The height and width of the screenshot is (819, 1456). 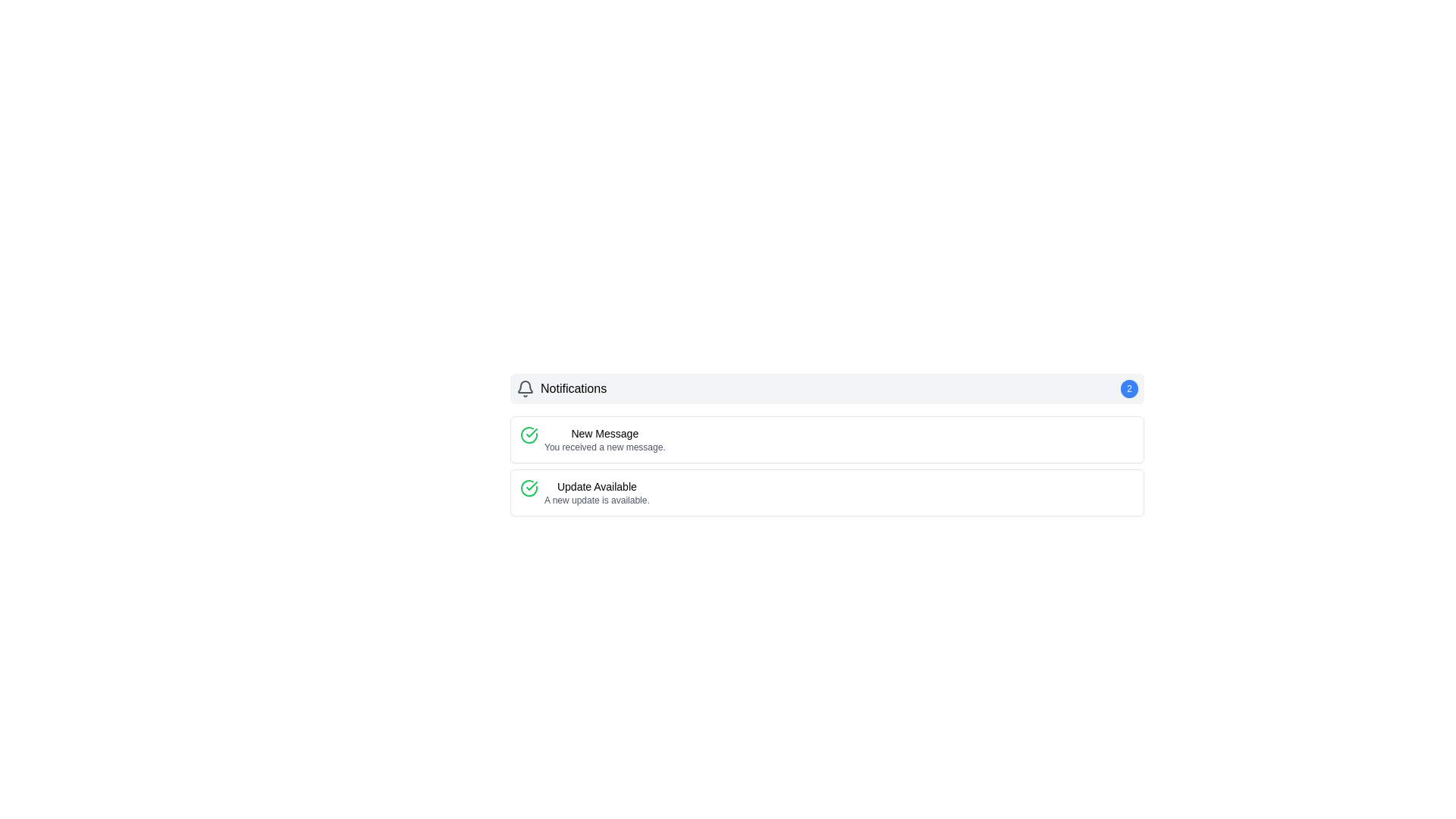 I want to click on the vector graphic indicating the successful or update status of the 'Update Available' notification card, located within the green-highlighted graphics adjacent to the left of its primary text description, so click(x=529, y=435).